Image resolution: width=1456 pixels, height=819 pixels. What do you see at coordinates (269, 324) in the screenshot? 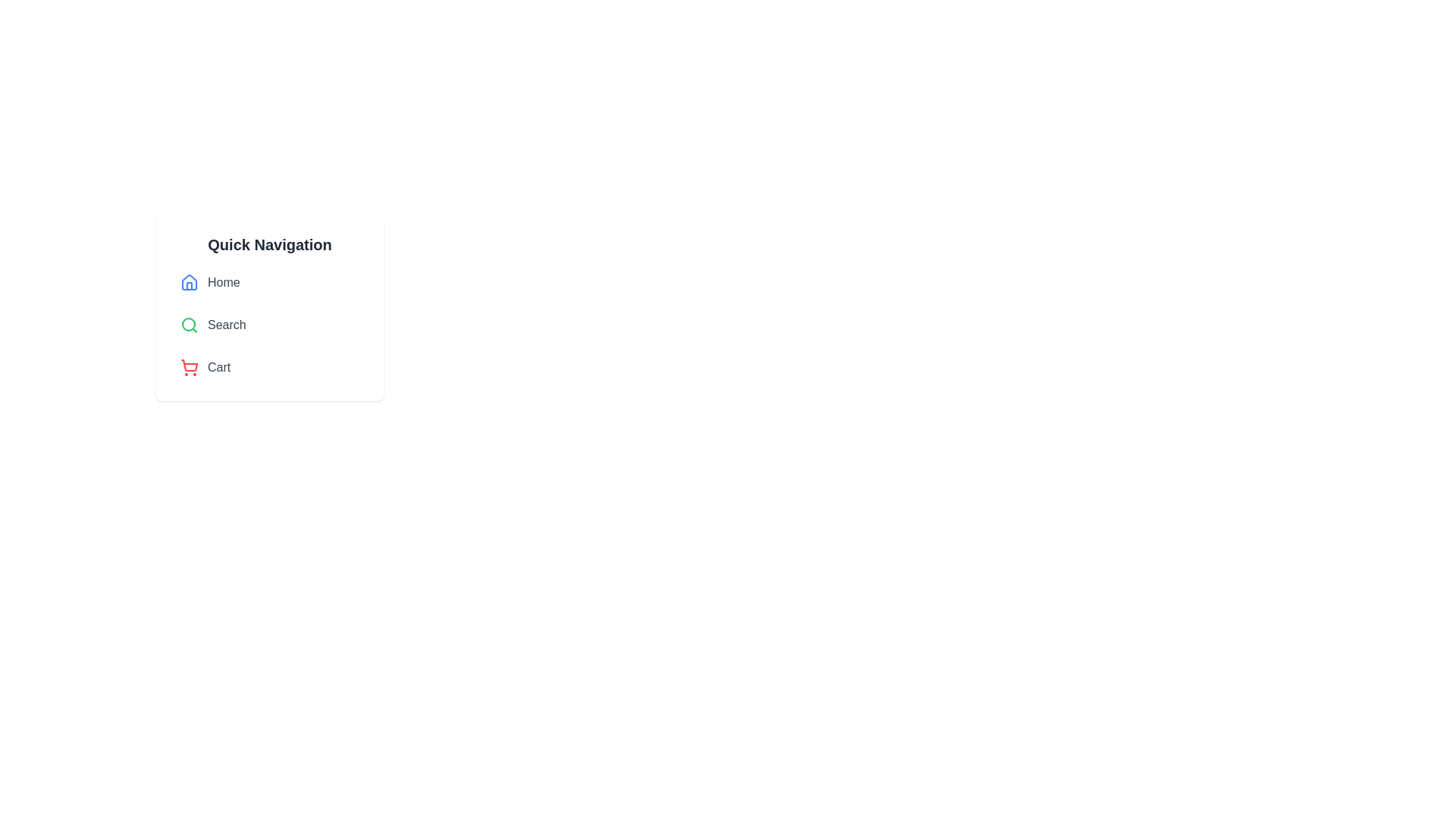
I see `the 'Search' section of the vertical navigation menu located in the sidebar titled 'Quick Navigation'` at bounding box center [269, 324].